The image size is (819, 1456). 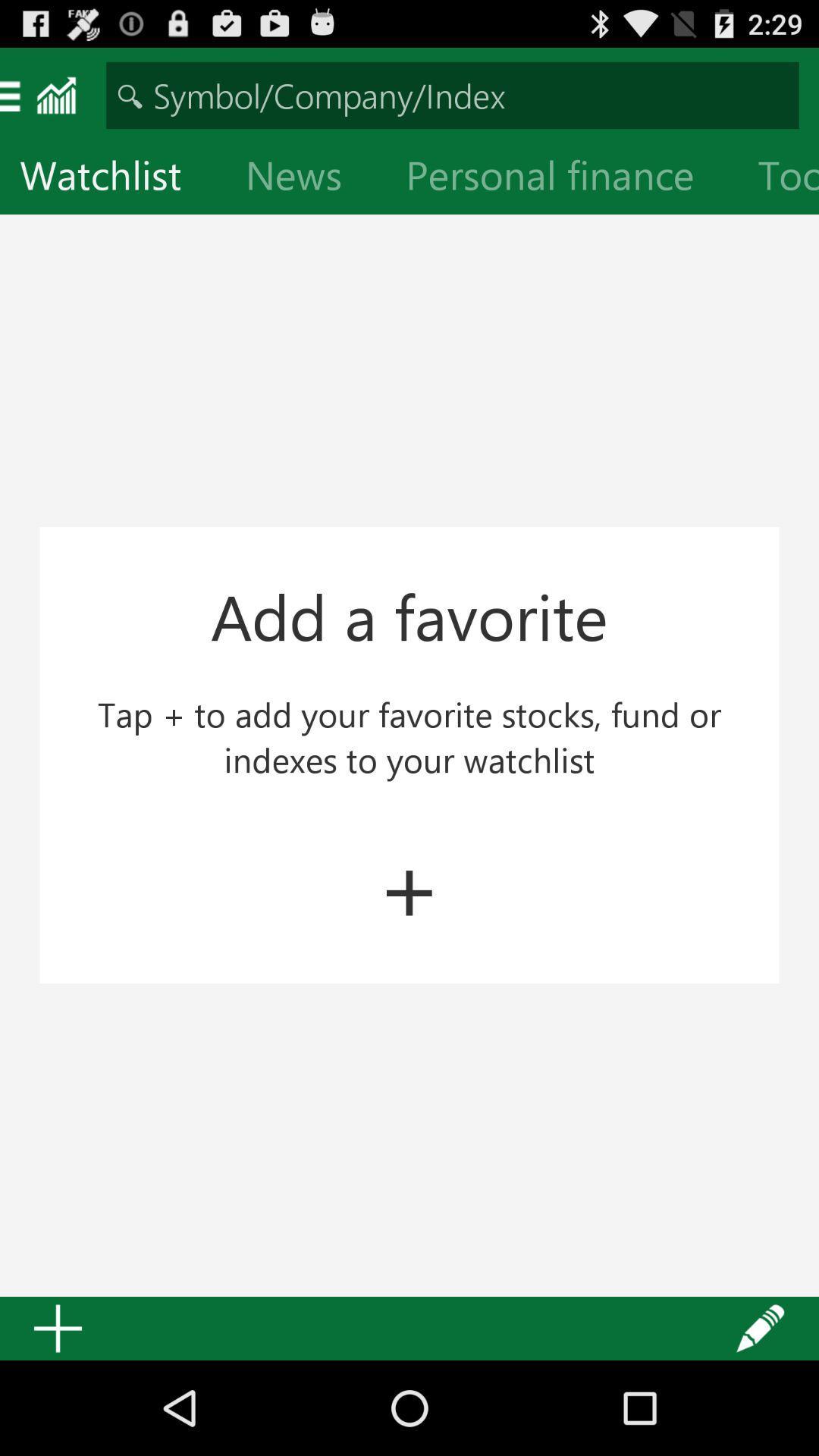 What do you see at coordinates (306, 178) in the screenshot?
I see `the icon above add a favorite item` at bounding box center [306, 178].